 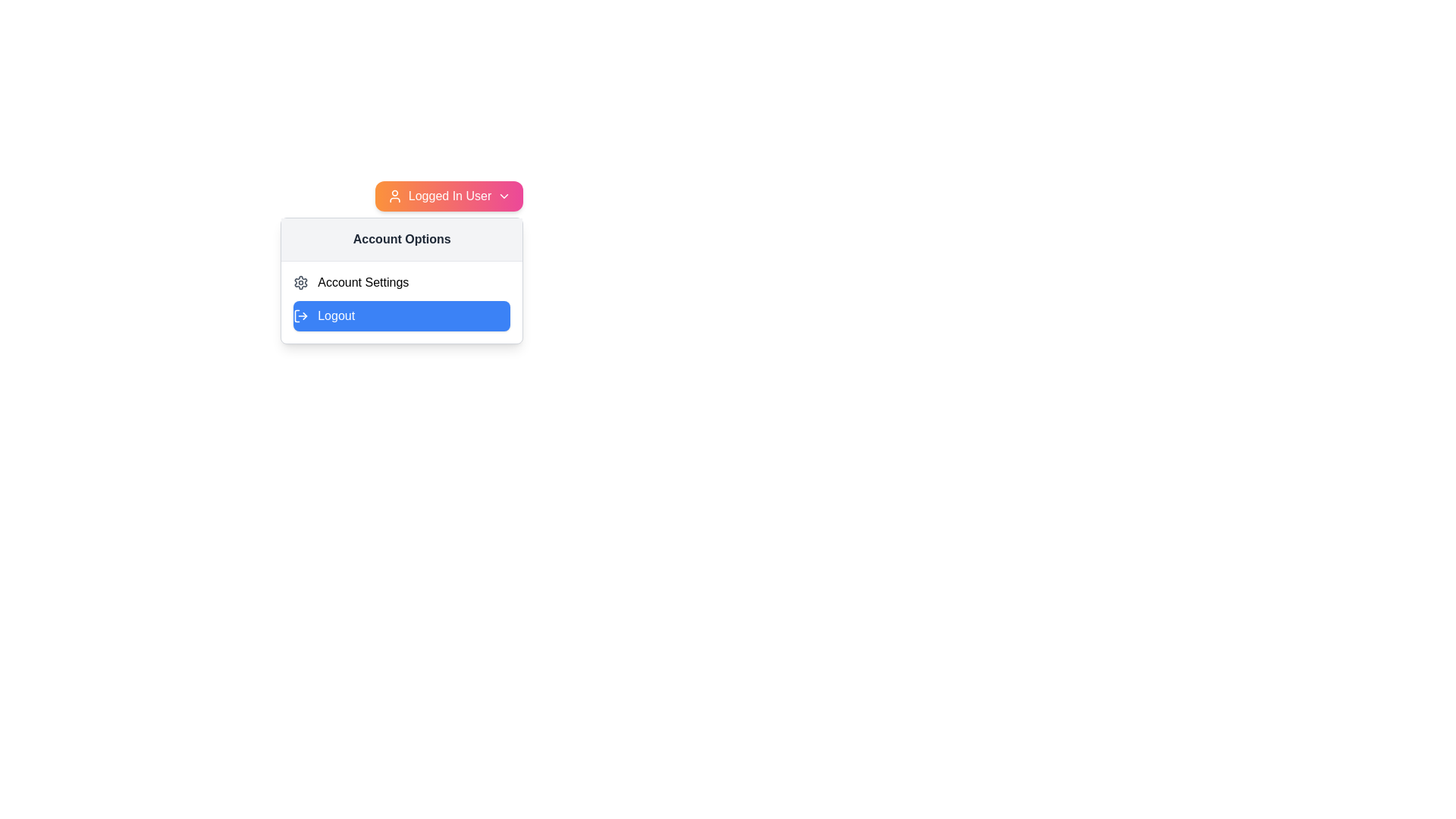 What do you see at coordinates (301, 283) in the screenshot?
I see `the gear-shaped icon in the 'Account Options' dropdown menu, located near the 'Account Settings' label` at bounding box center [301, 283].